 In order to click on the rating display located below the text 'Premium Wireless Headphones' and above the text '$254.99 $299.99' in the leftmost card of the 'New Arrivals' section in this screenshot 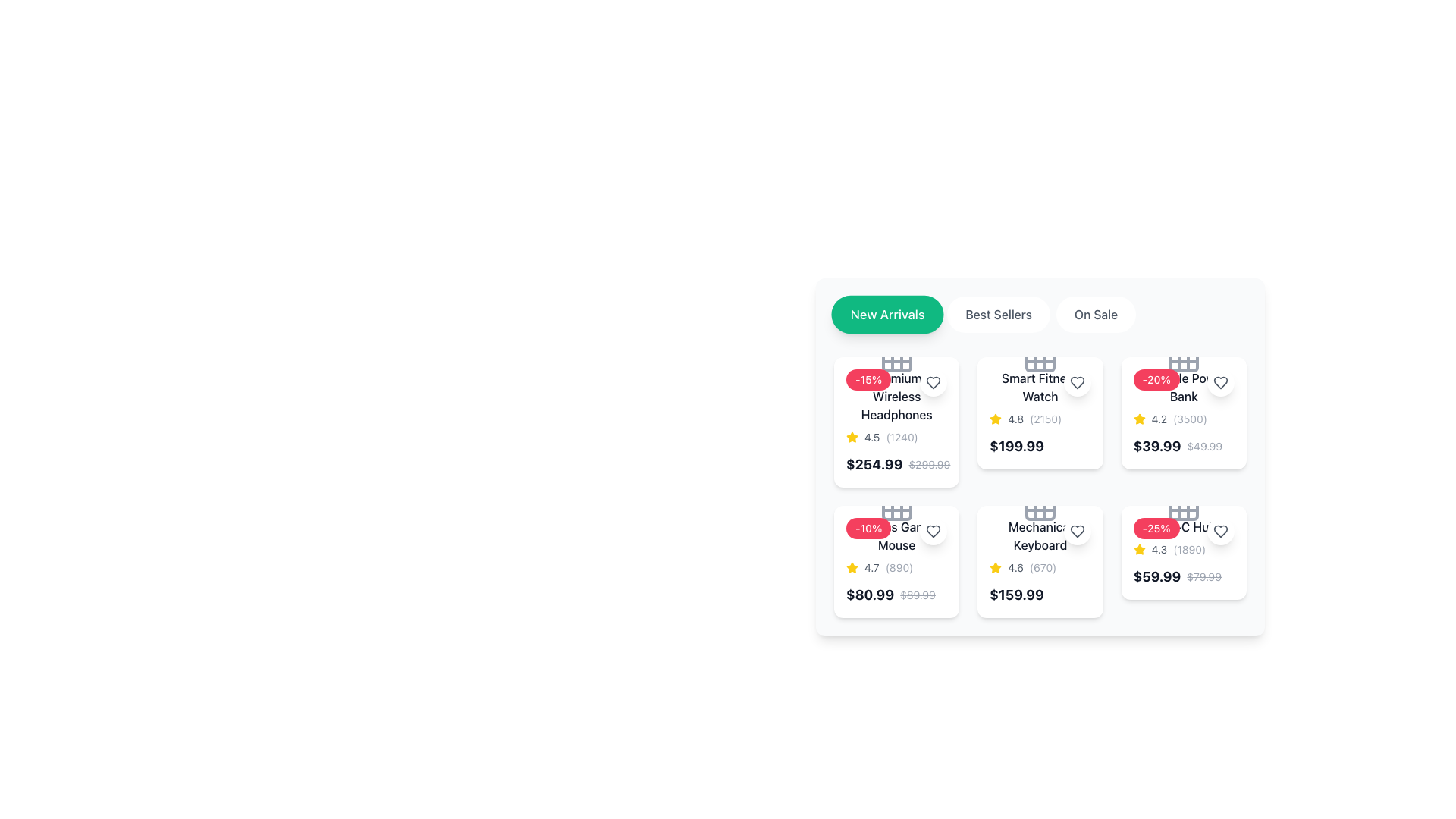, I will do `click(896, 438)`.